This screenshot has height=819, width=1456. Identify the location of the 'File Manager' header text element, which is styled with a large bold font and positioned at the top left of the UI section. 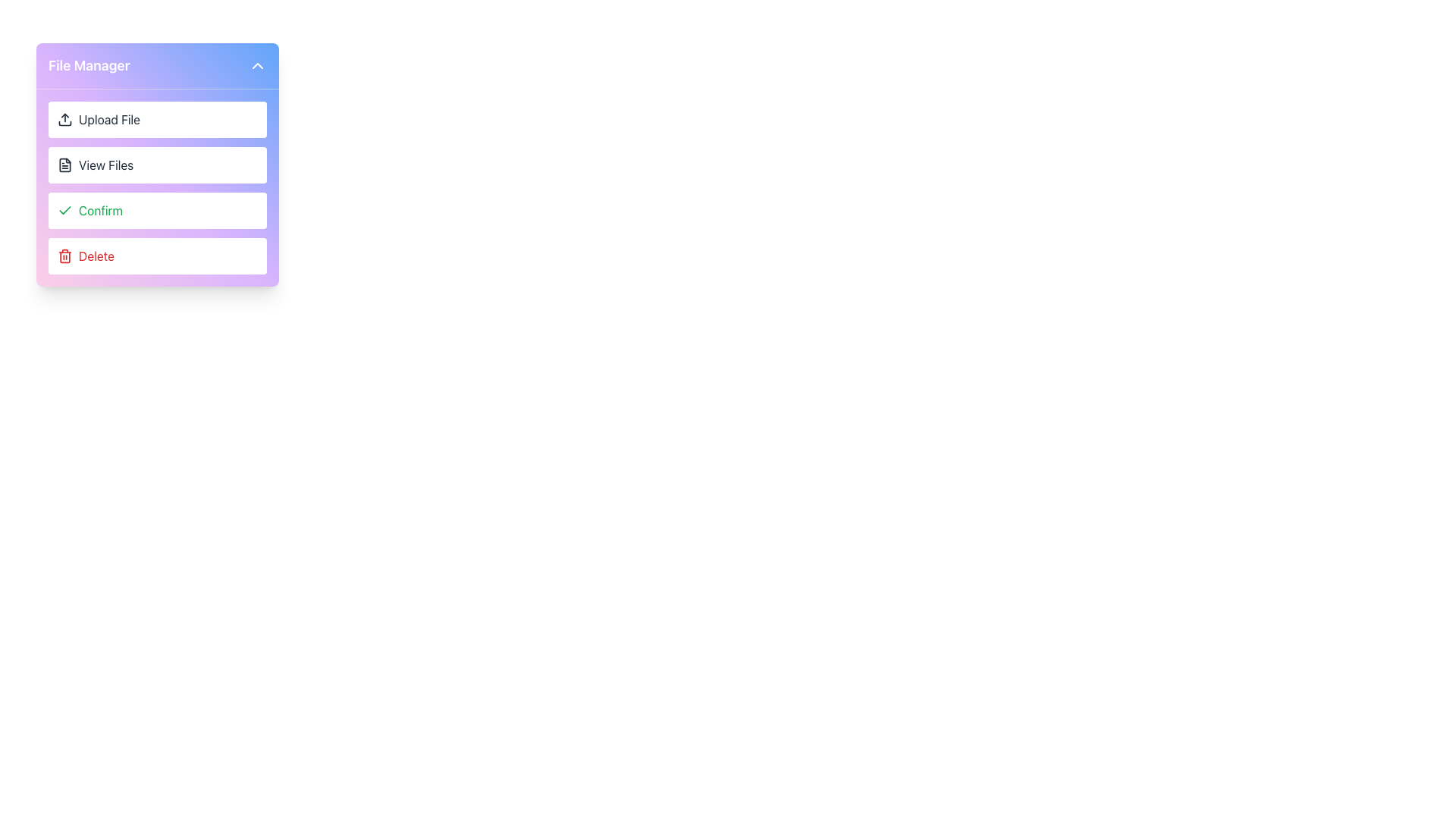
(88, 65).